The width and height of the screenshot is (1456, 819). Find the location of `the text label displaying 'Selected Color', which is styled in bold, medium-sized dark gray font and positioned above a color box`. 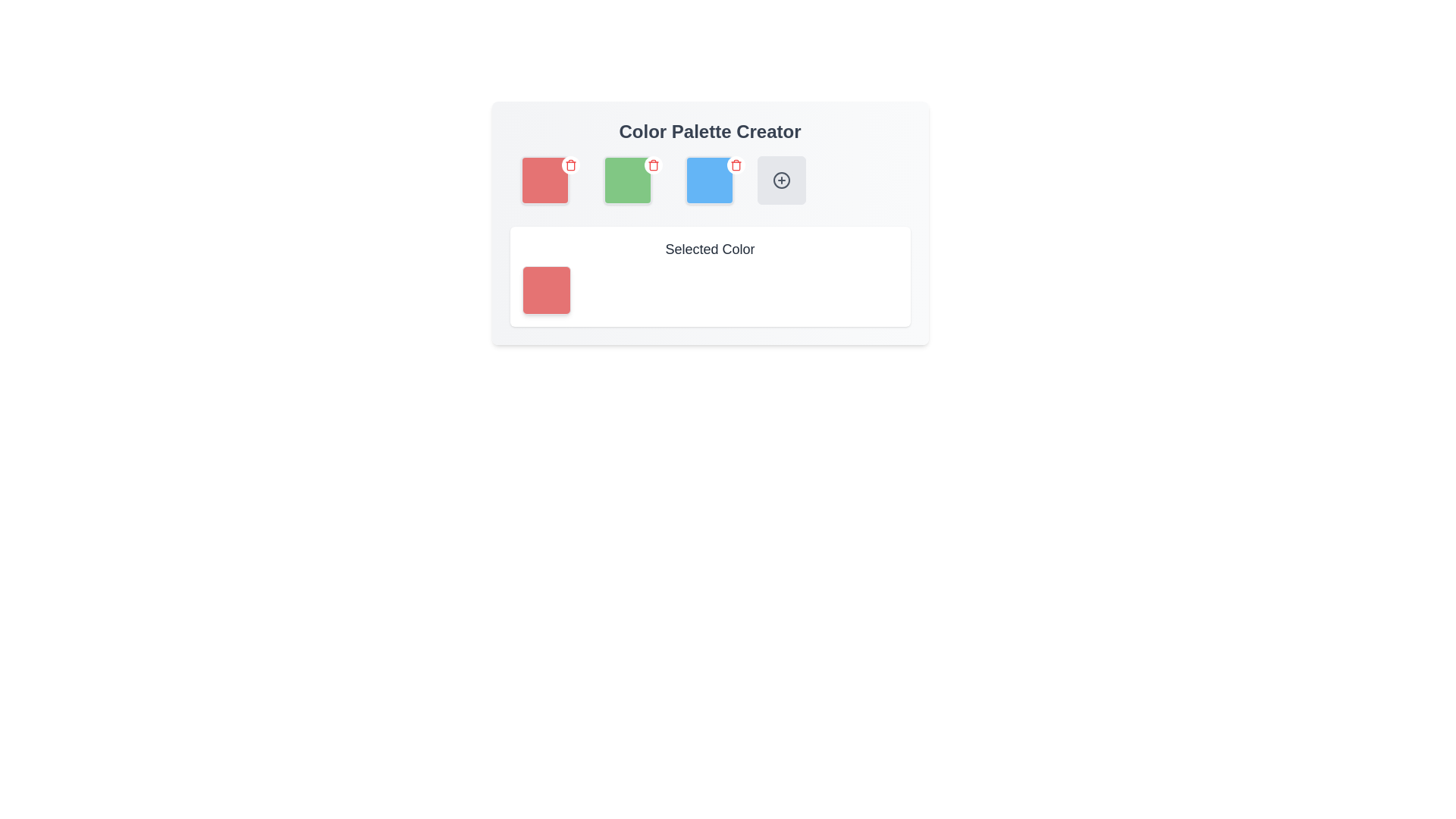

the text label displaying 'Selected Color', which is styled in bold, medium-sized dark gray font and positioned above a color box is located at coordinates (709, 248).